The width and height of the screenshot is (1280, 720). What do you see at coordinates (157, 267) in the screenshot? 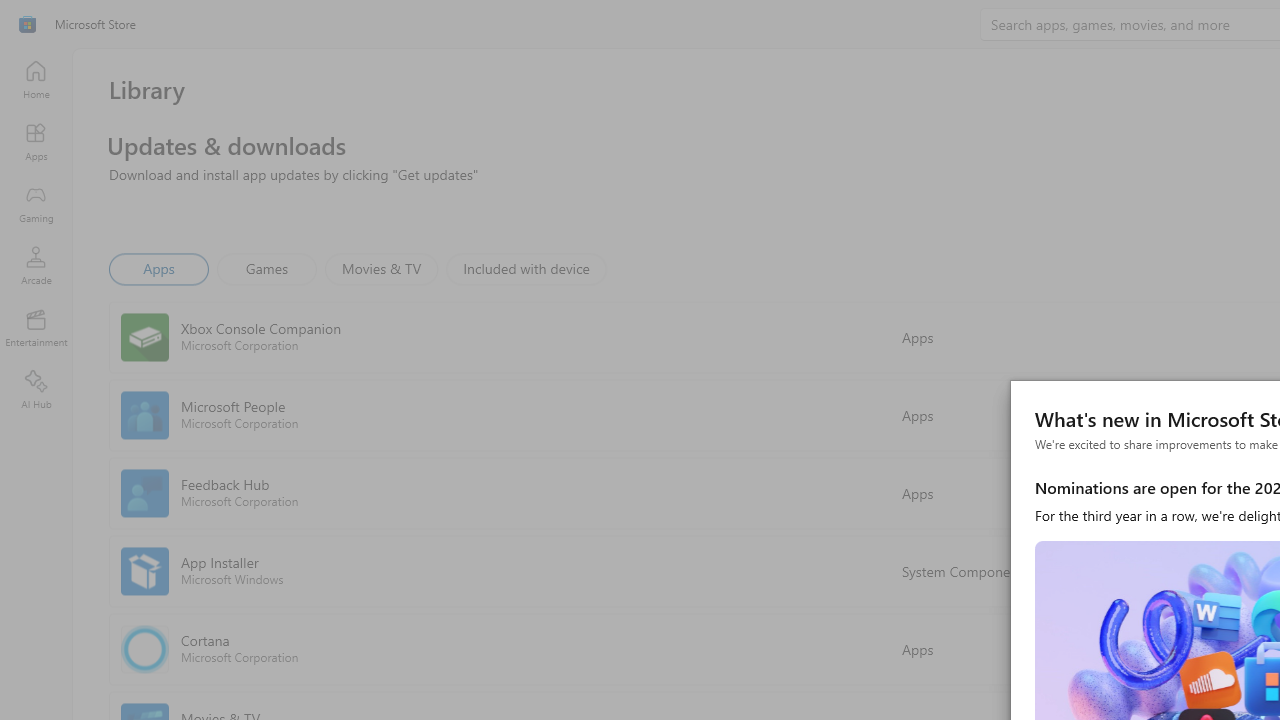
I see `'Apps'` at bounding box center [157, 267].